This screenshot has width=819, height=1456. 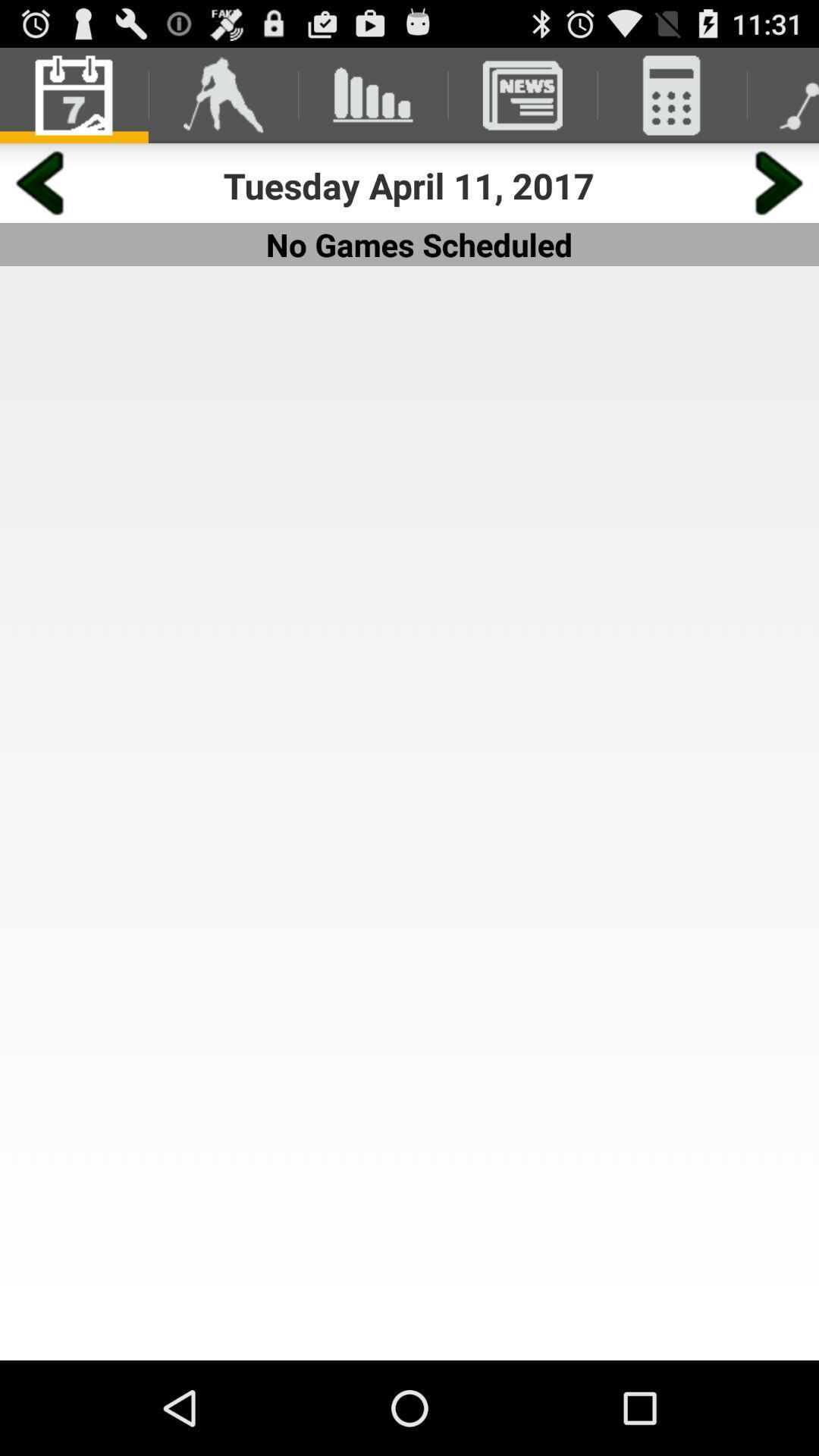 What do you see at coordinates (39, 195) in the screenshot?
I see `the arrow_backward icon` at bounding box center [39, 195].